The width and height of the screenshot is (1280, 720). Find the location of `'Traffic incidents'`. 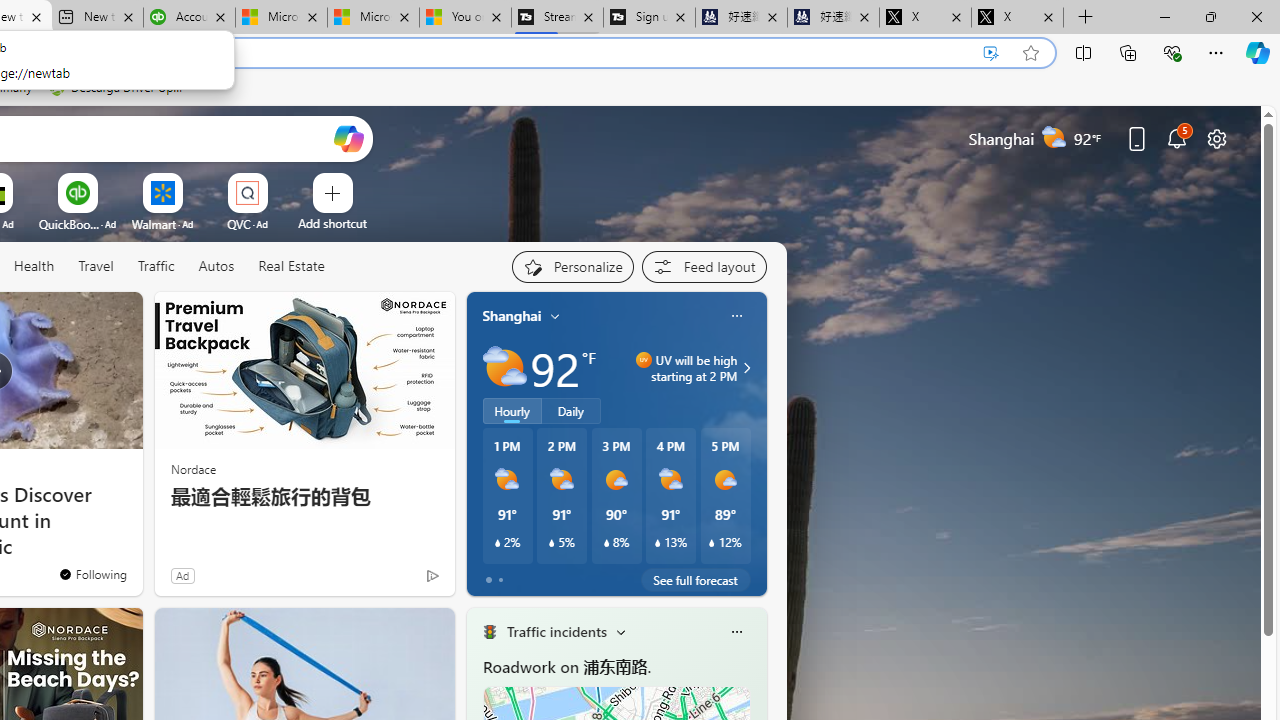

'Traffic incidents' is located at coordinates (556, 631).